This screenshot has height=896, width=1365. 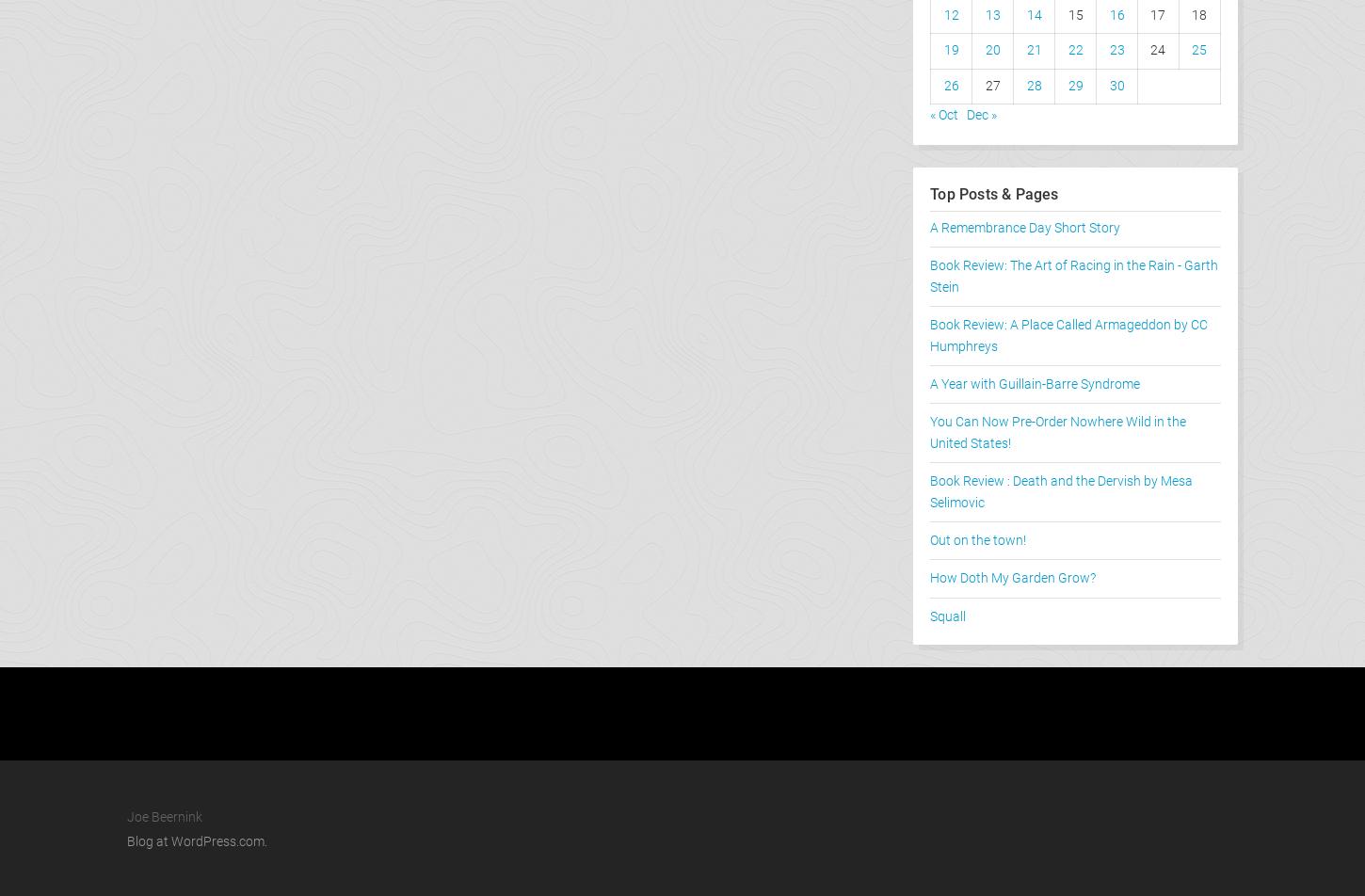 I want to click on '28', so click(x=1024, y=85).